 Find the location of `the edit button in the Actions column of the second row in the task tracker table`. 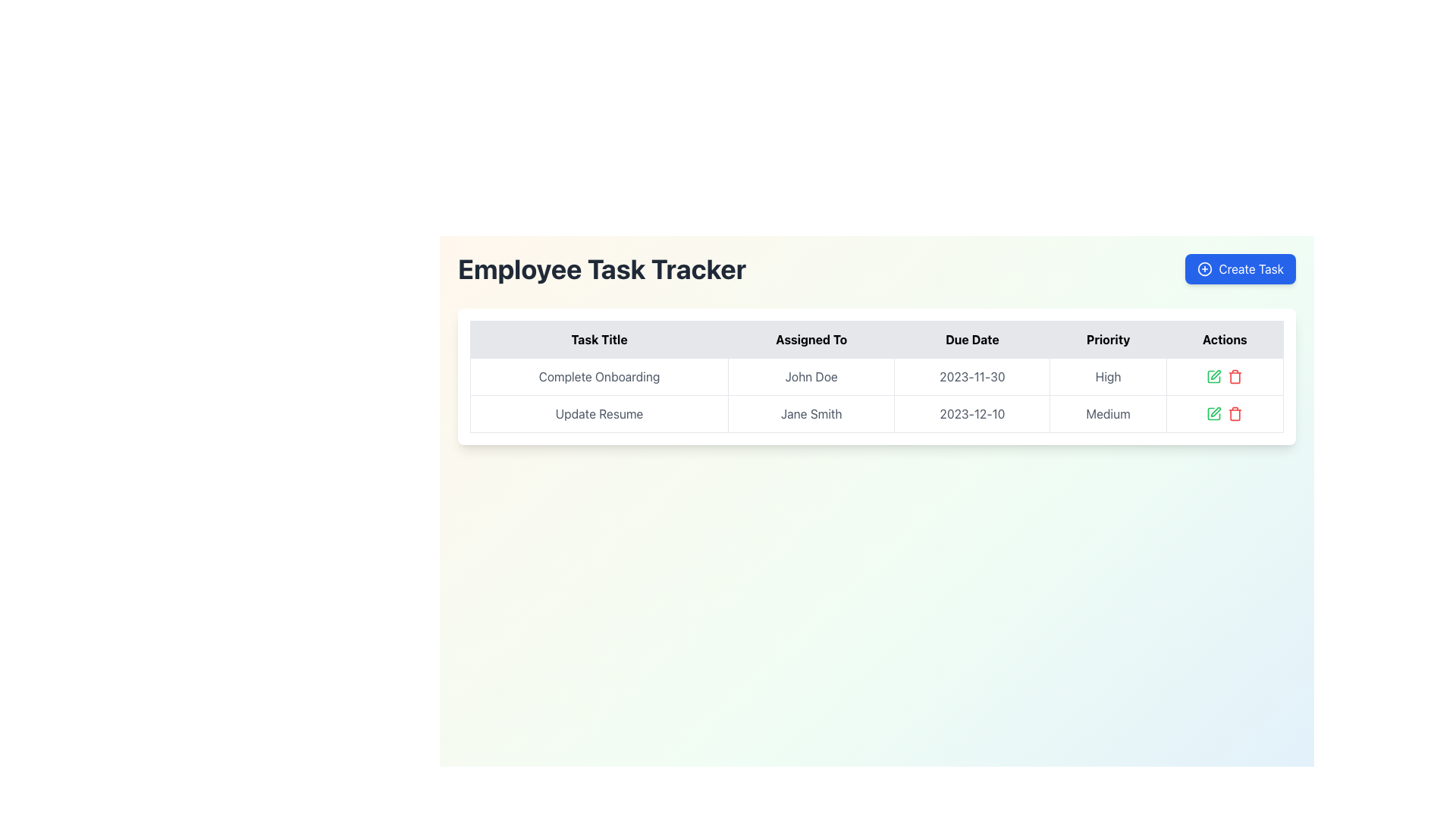

the edit button in the Actions column of the second row in the task tracker table is located at coordinates (1216, 375).